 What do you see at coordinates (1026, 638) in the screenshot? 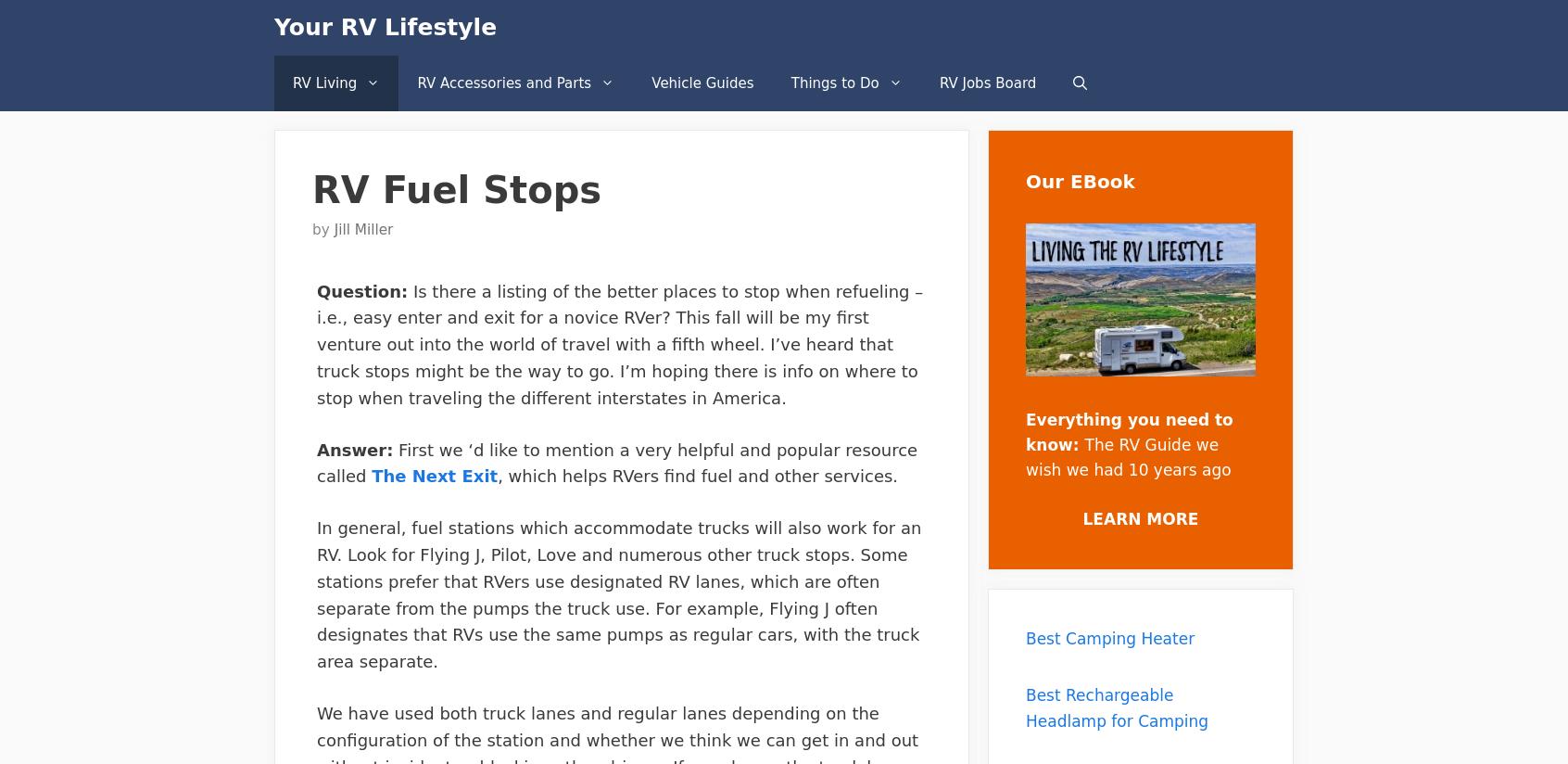
I see `'Best Camping Heater'` at bounding box center [1026, 638].